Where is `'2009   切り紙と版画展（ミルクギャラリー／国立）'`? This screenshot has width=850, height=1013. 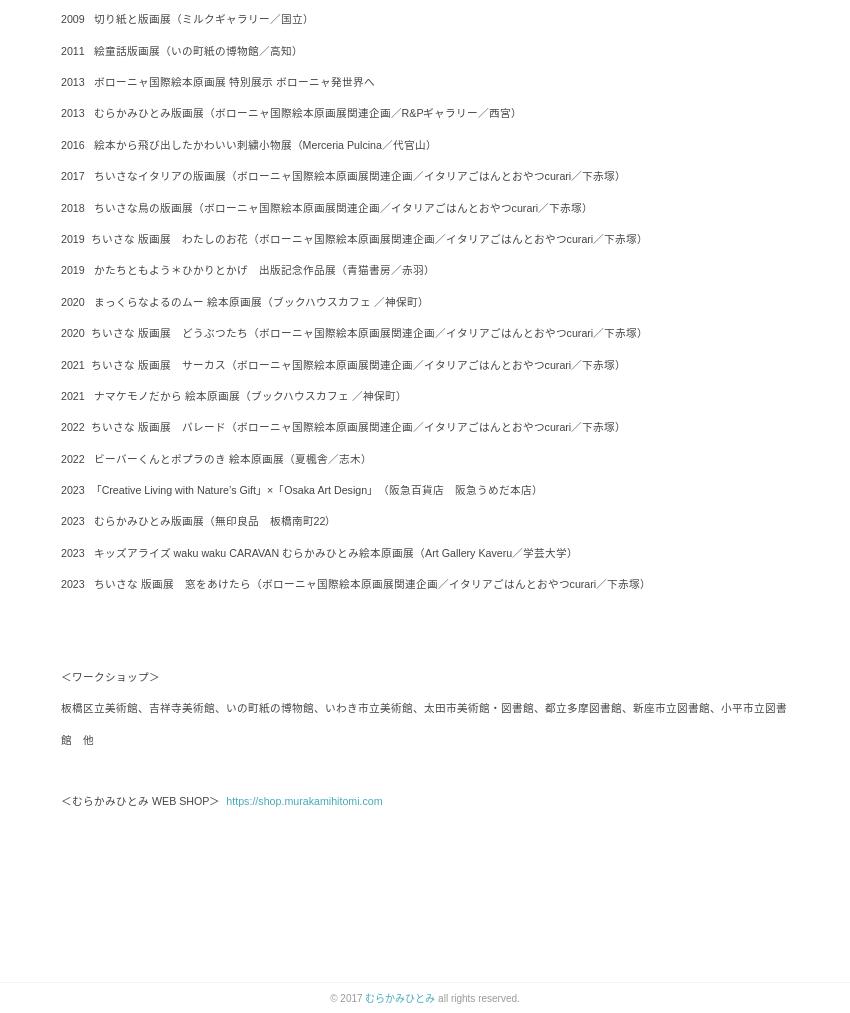 '2009   切り紙と版画展（ミルクギャラリー／国立）' is located at coordinates (186, 18).